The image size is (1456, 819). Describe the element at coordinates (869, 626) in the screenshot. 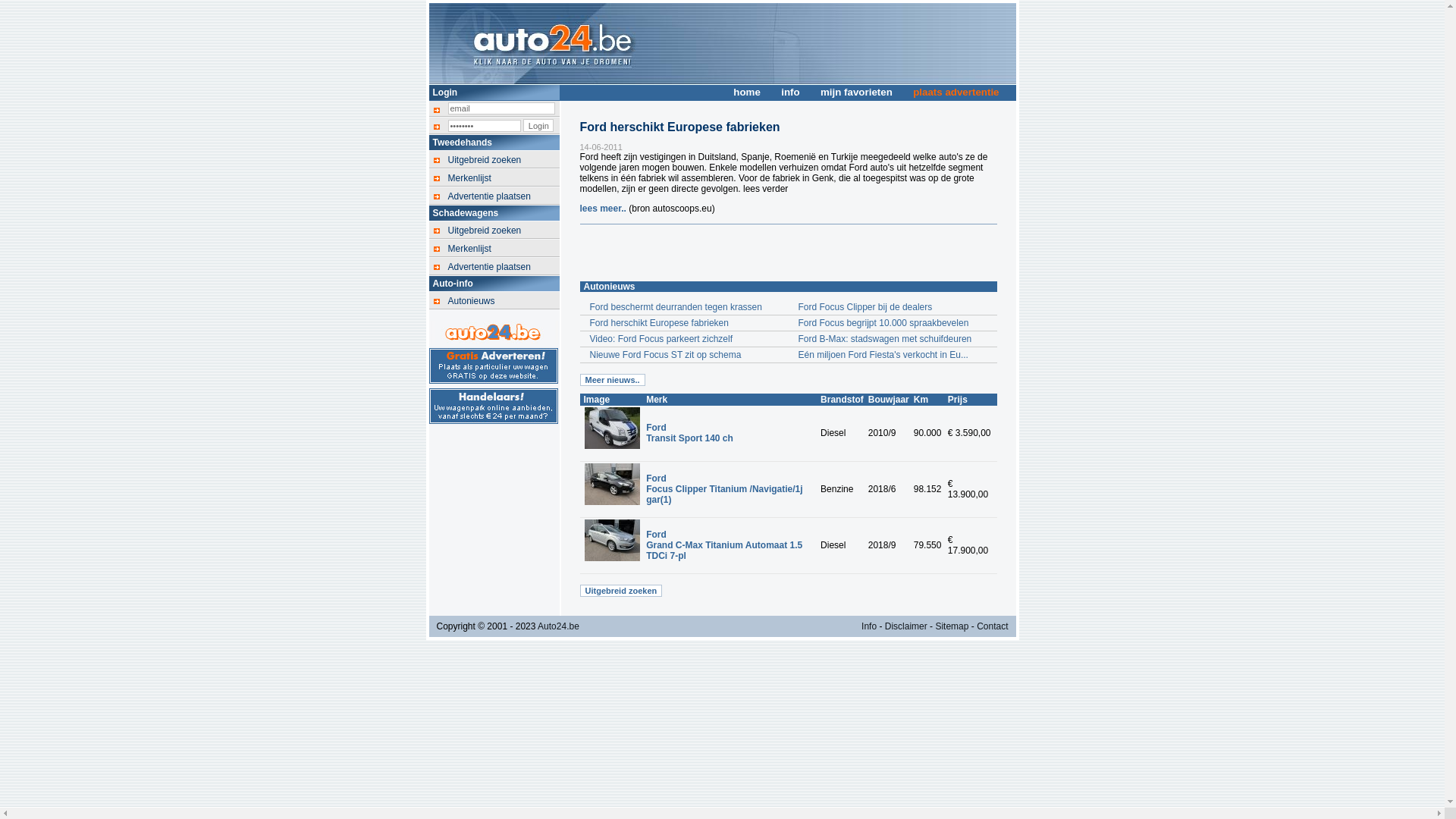

I see `'Info'` at that location.